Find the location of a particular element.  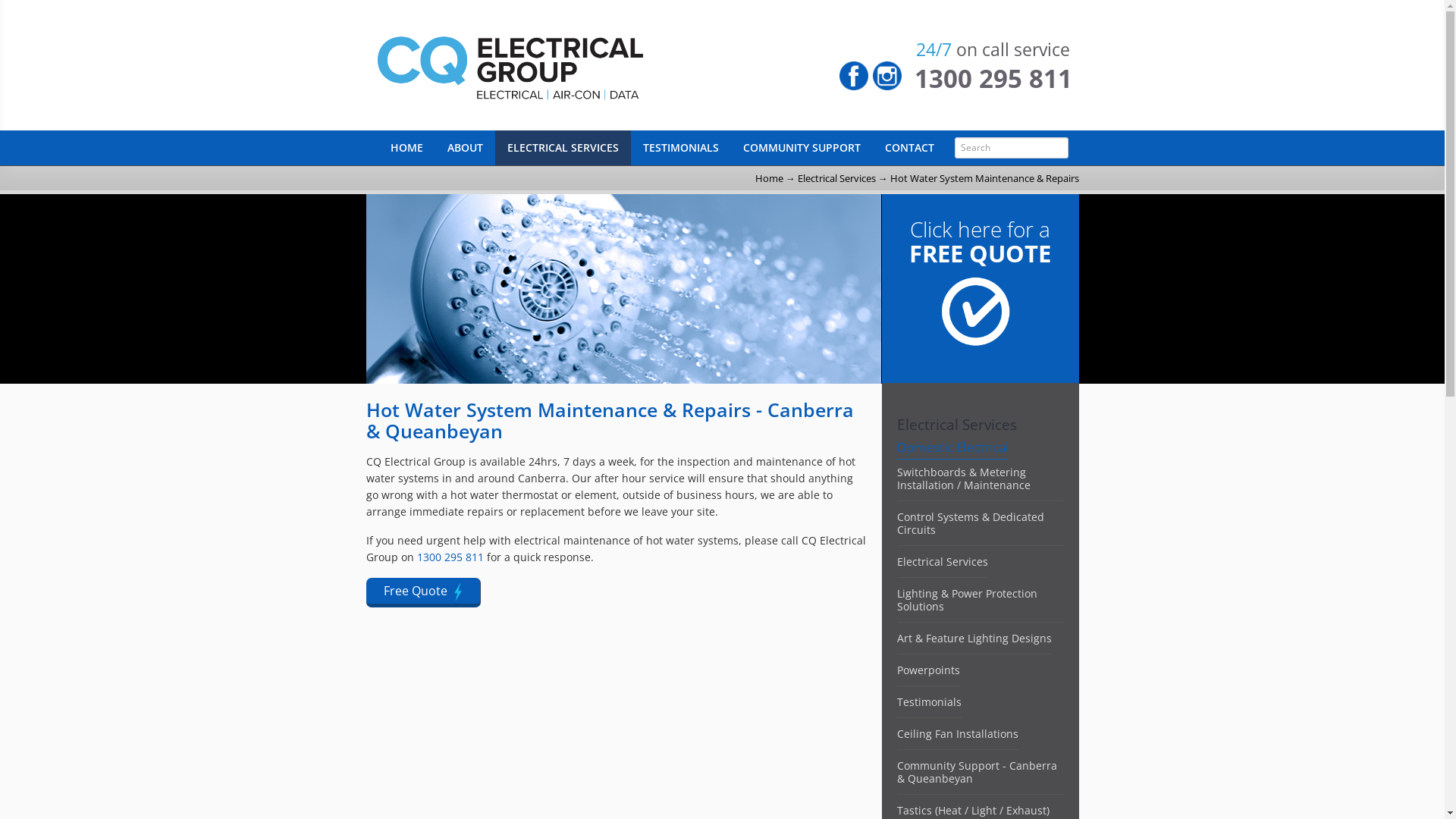

'CONTACT' is located at coordinates (908, 148).